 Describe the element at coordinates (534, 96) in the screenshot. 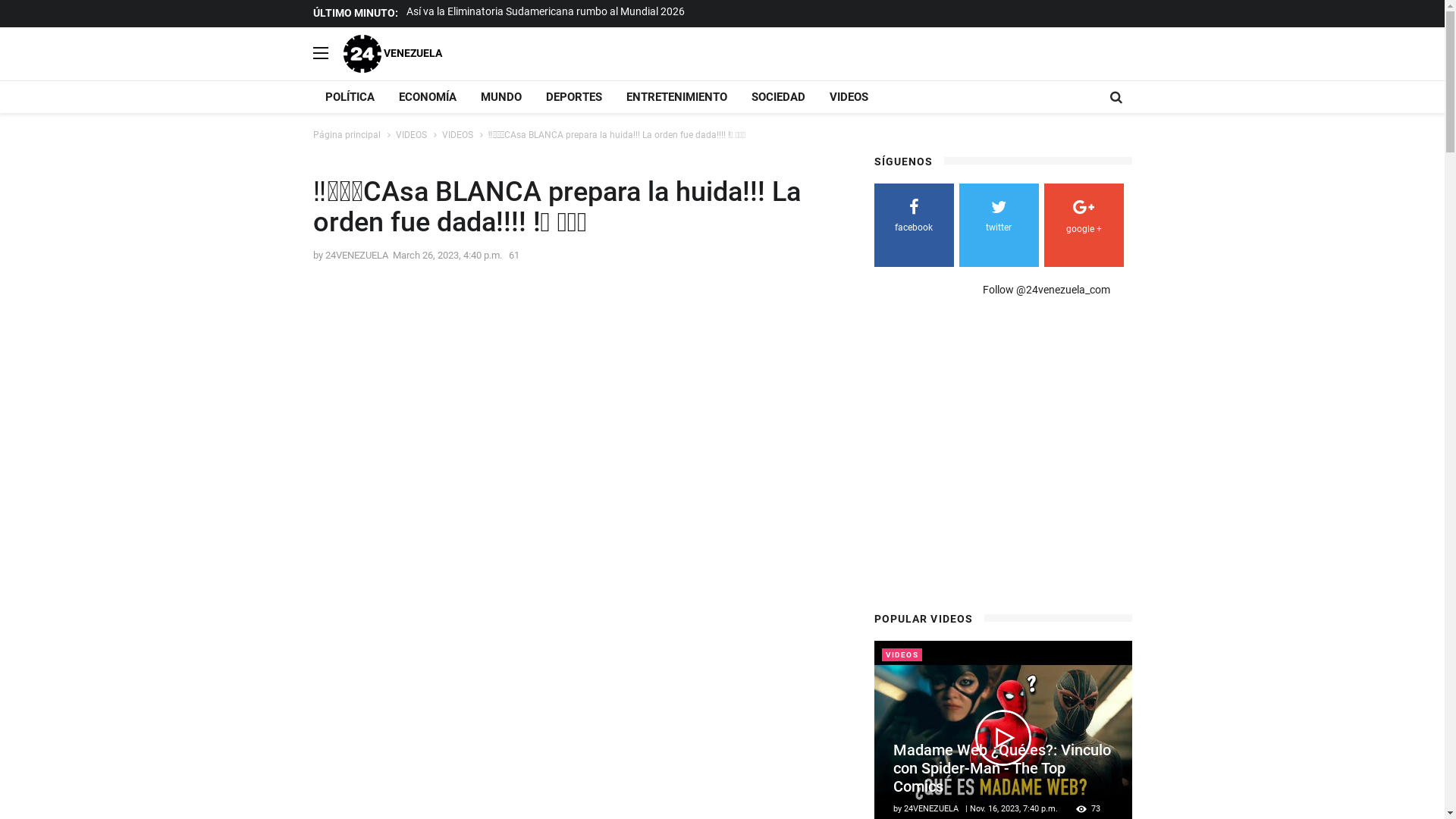

I see `'DEPORTES'` at that location.